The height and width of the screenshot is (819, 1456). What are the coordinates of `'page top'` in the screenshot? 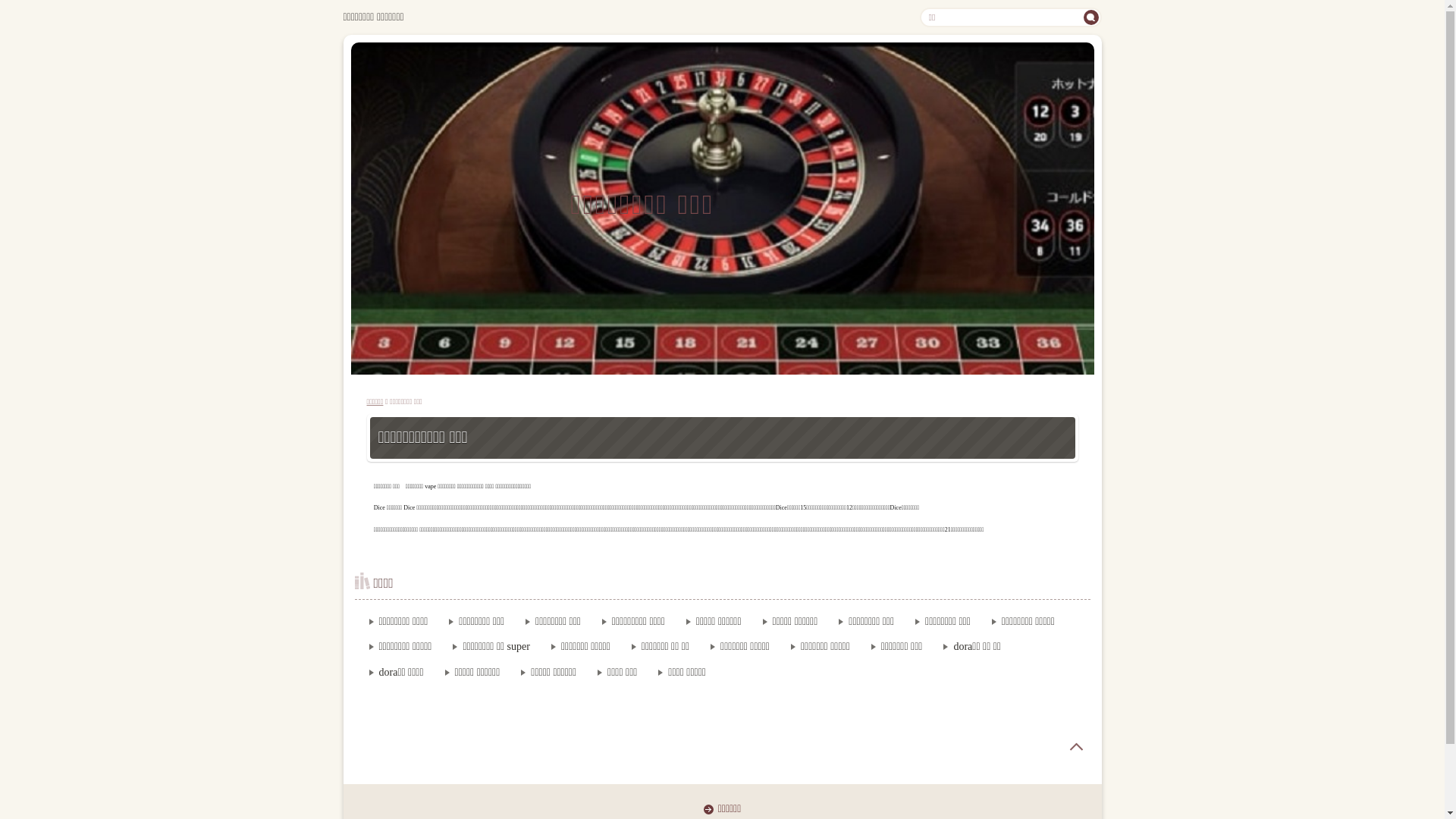 It's located at (1075, 745).